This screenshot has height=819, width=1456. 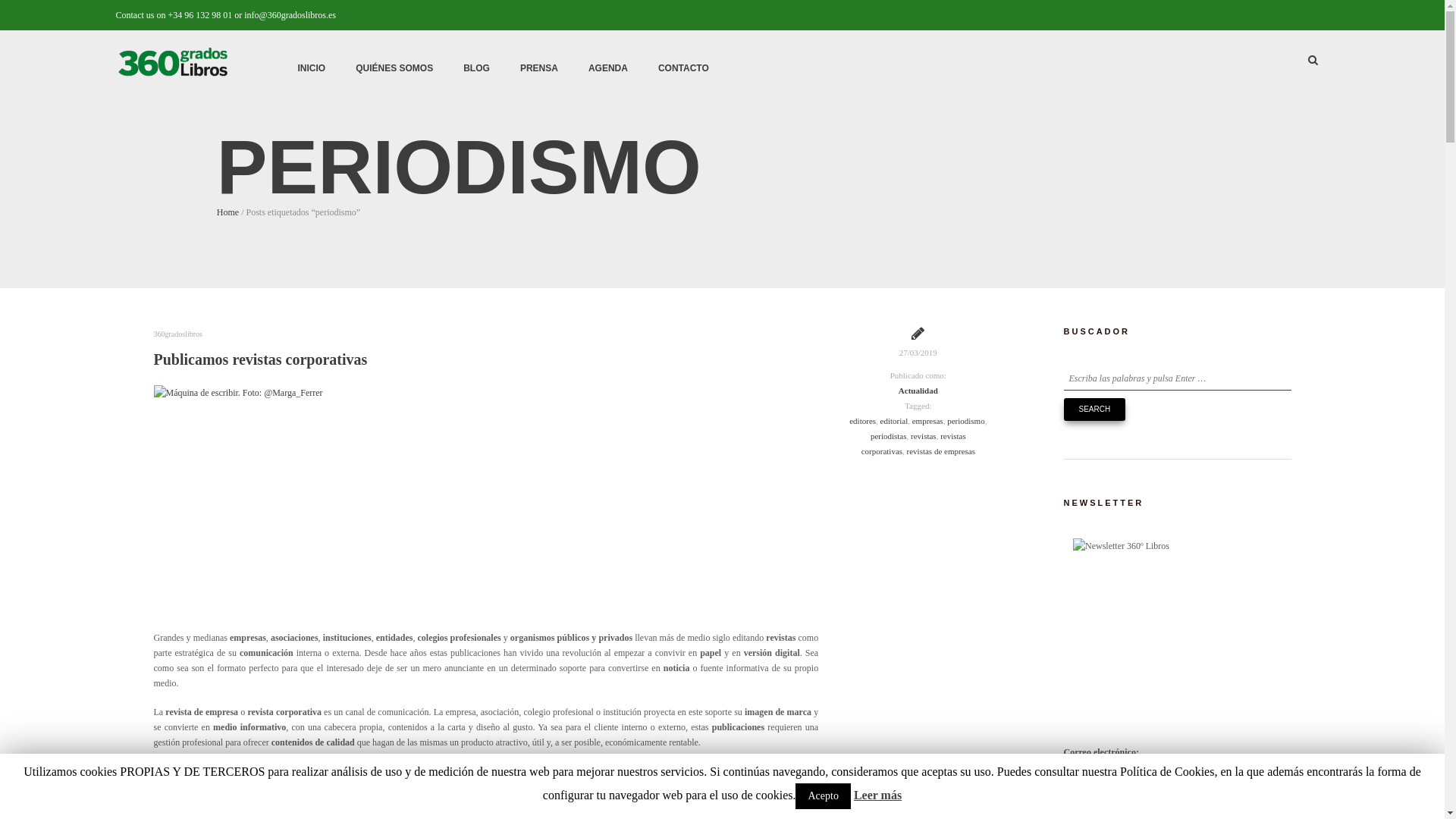 What do you see at coordinates (927, 421) in the screenshot?
I see `'empresas'` at bounding box center [927, 421].